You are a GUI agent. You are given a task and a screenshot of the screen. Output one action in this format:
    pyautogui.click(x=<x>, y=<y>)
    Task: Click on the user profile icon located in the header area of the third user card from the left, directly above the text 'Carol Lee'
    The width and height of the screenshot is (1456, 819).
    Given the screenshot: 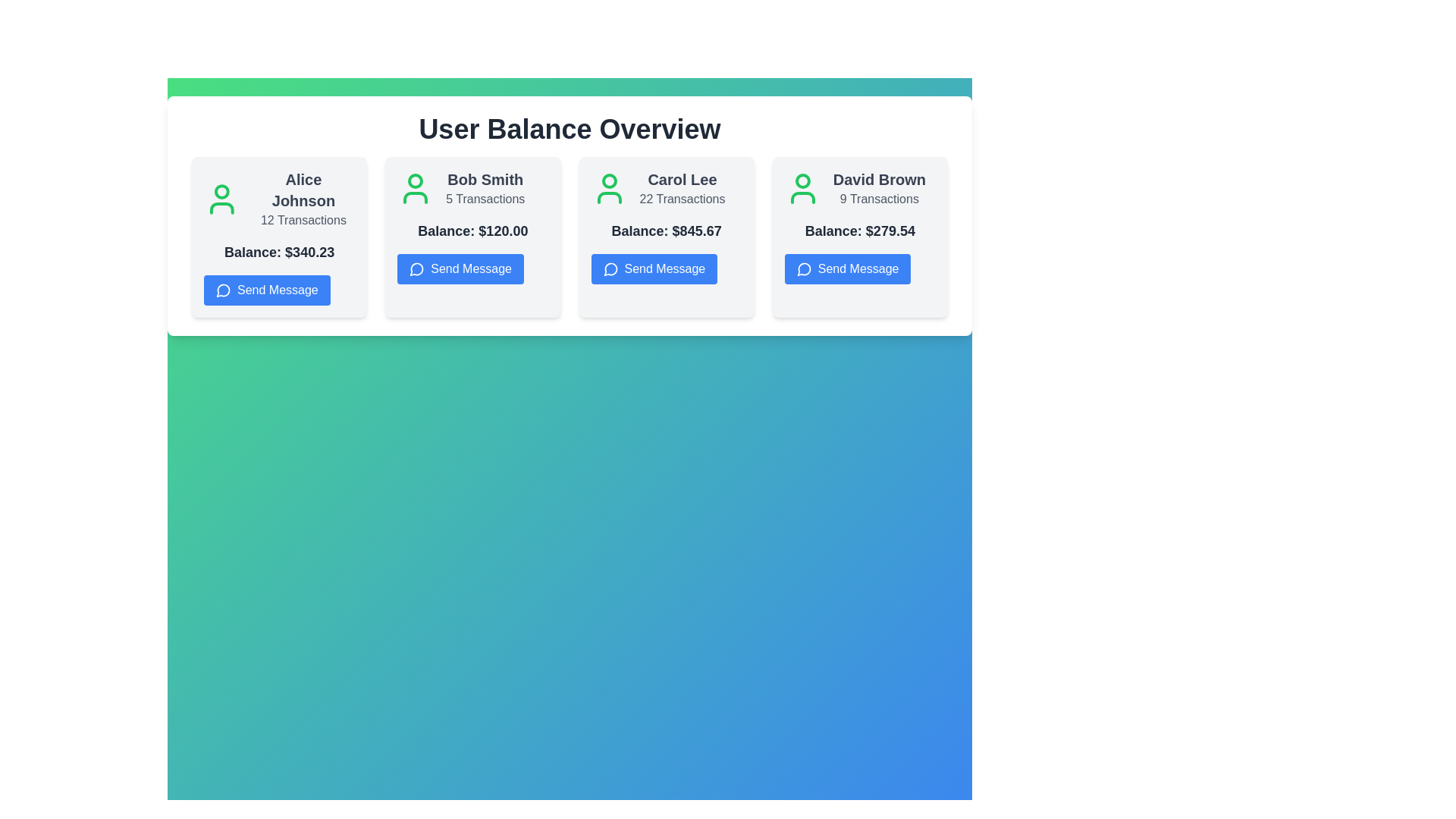 What is the action you would take?
    pyautogui.click(x=609, y=197)
    